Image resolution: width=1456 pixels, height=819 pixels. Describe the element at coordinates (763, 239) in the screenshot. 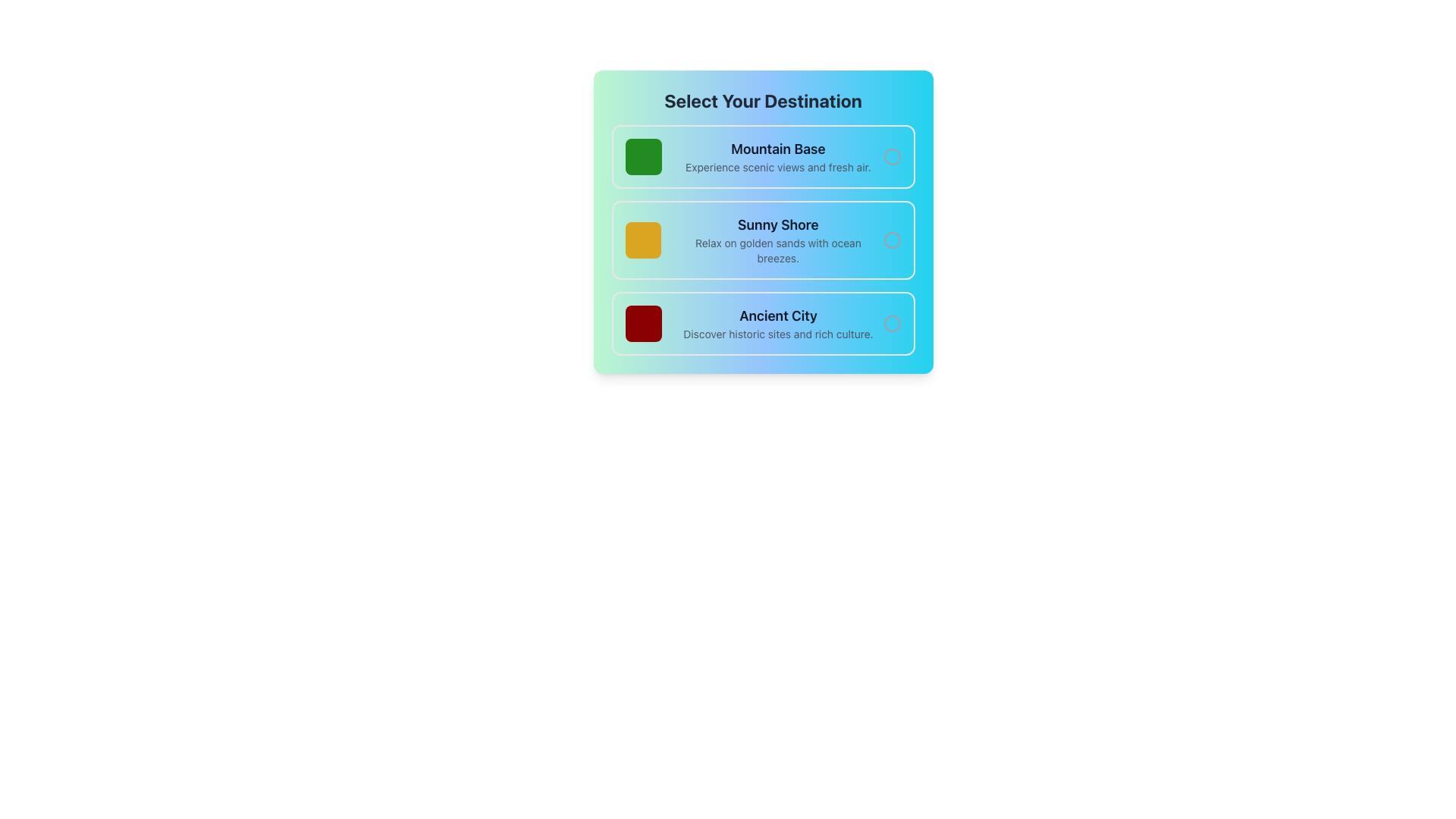

I see `the selectable Option card located vertically in the second position of a list of three options` at that location.